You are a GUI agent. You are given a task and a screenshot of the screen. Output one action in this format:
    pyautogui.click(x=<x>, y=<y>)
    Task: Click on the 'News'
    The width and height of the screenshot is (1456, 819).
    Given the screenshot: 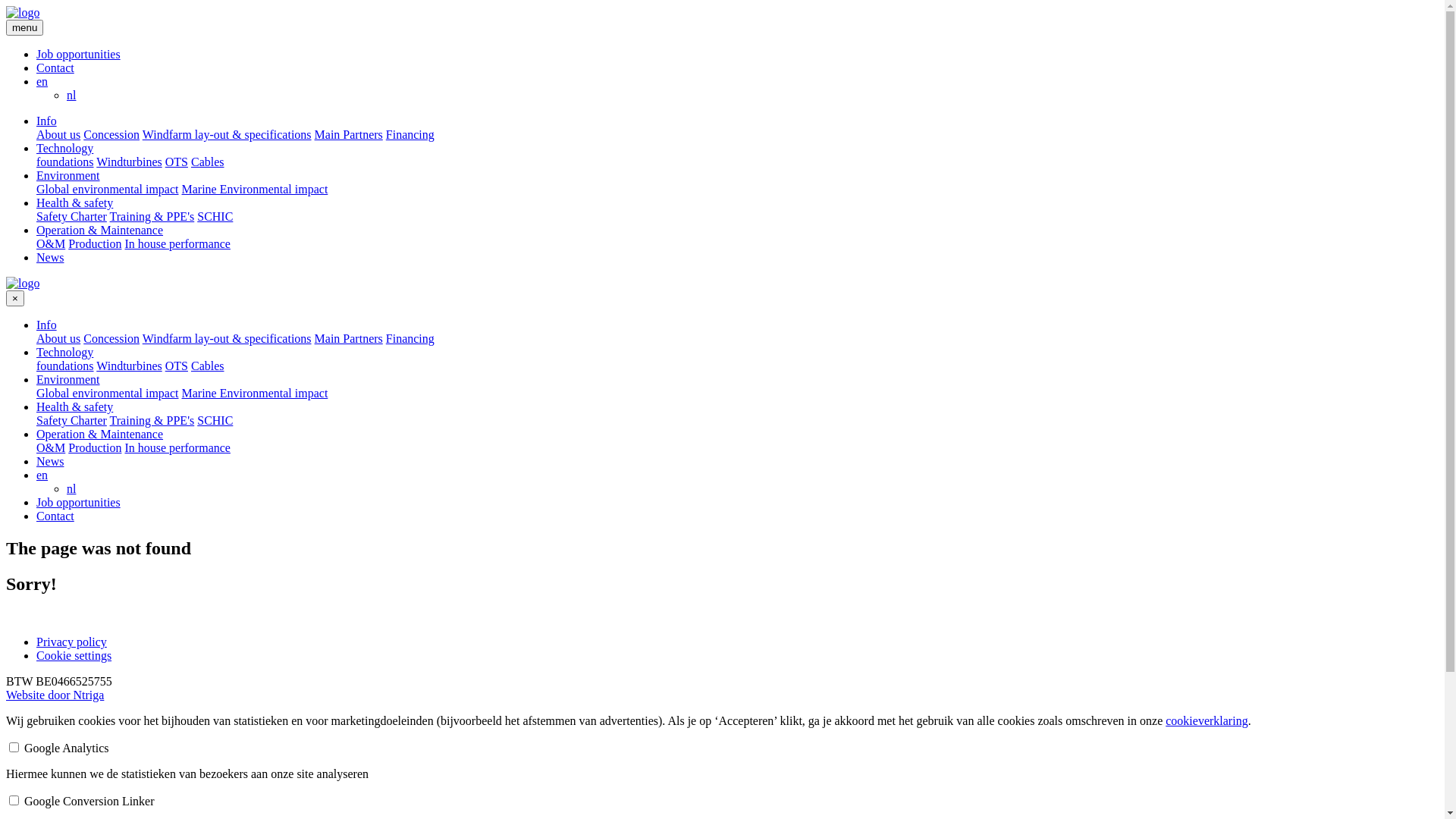 What is the action you would take?
    pyautogui.click(x=50, y=256)
    